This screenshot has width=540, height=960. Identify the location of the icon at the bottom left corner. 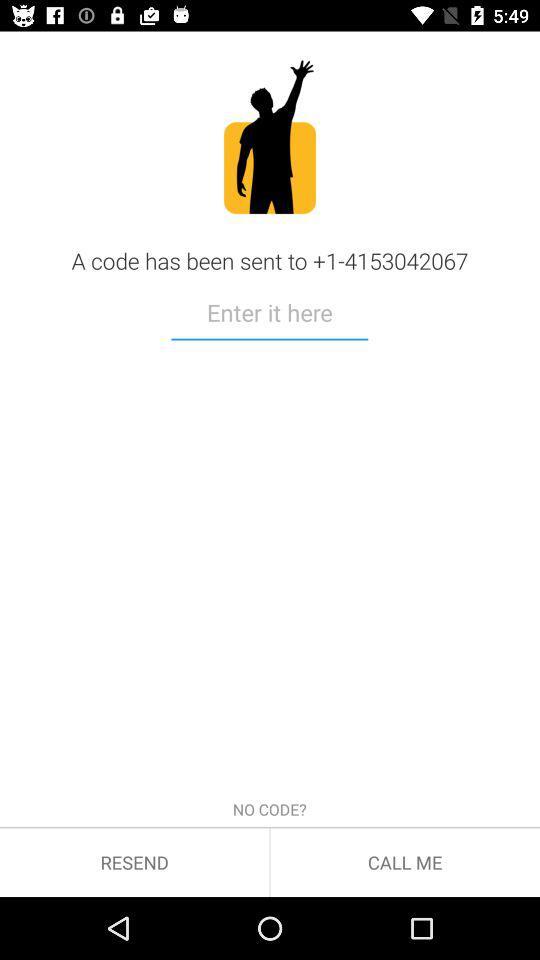
(134, 861).